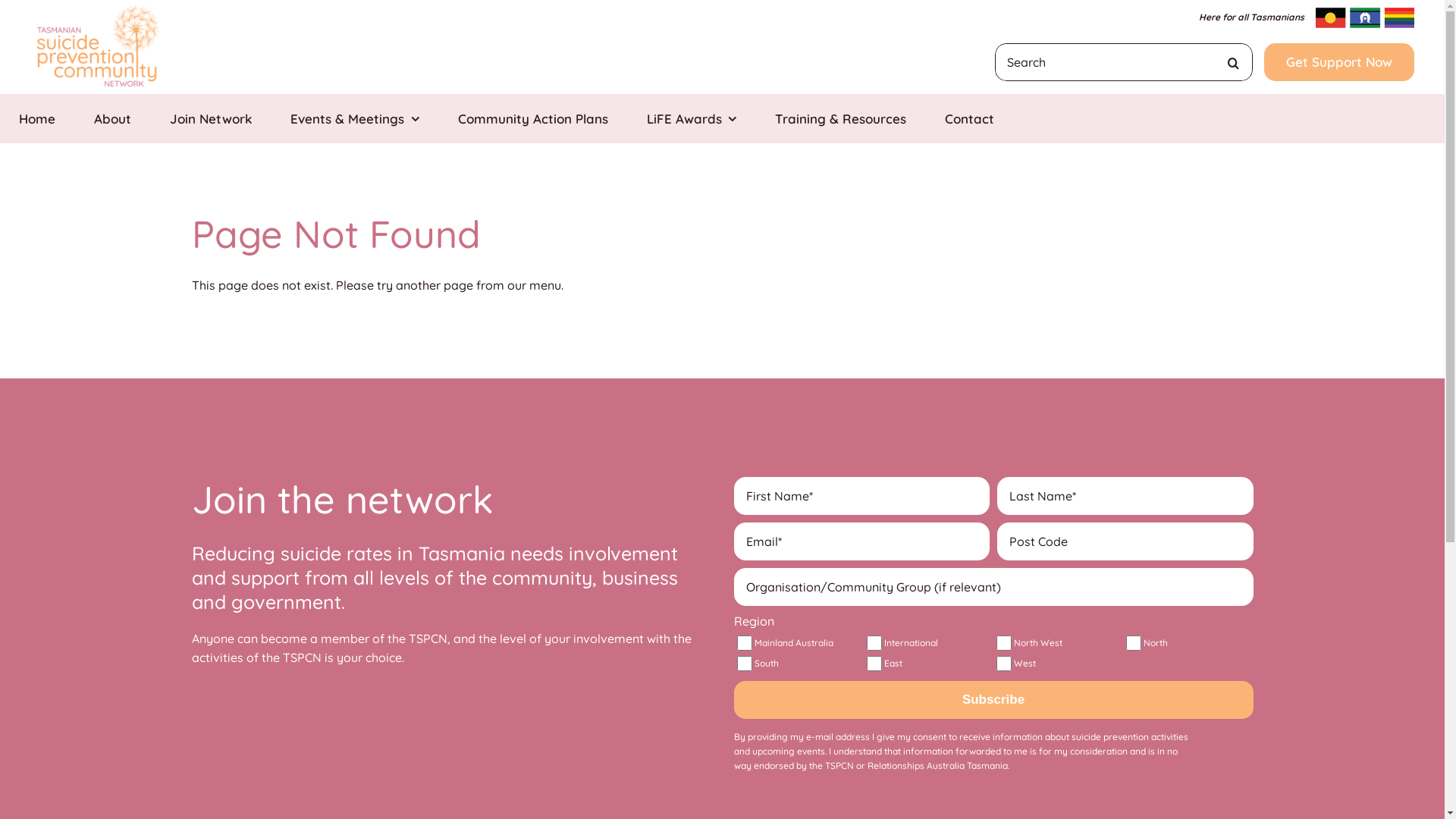 This screenshot has width=1456, height=819. I want to click on 'Contact', so click(968, 118).